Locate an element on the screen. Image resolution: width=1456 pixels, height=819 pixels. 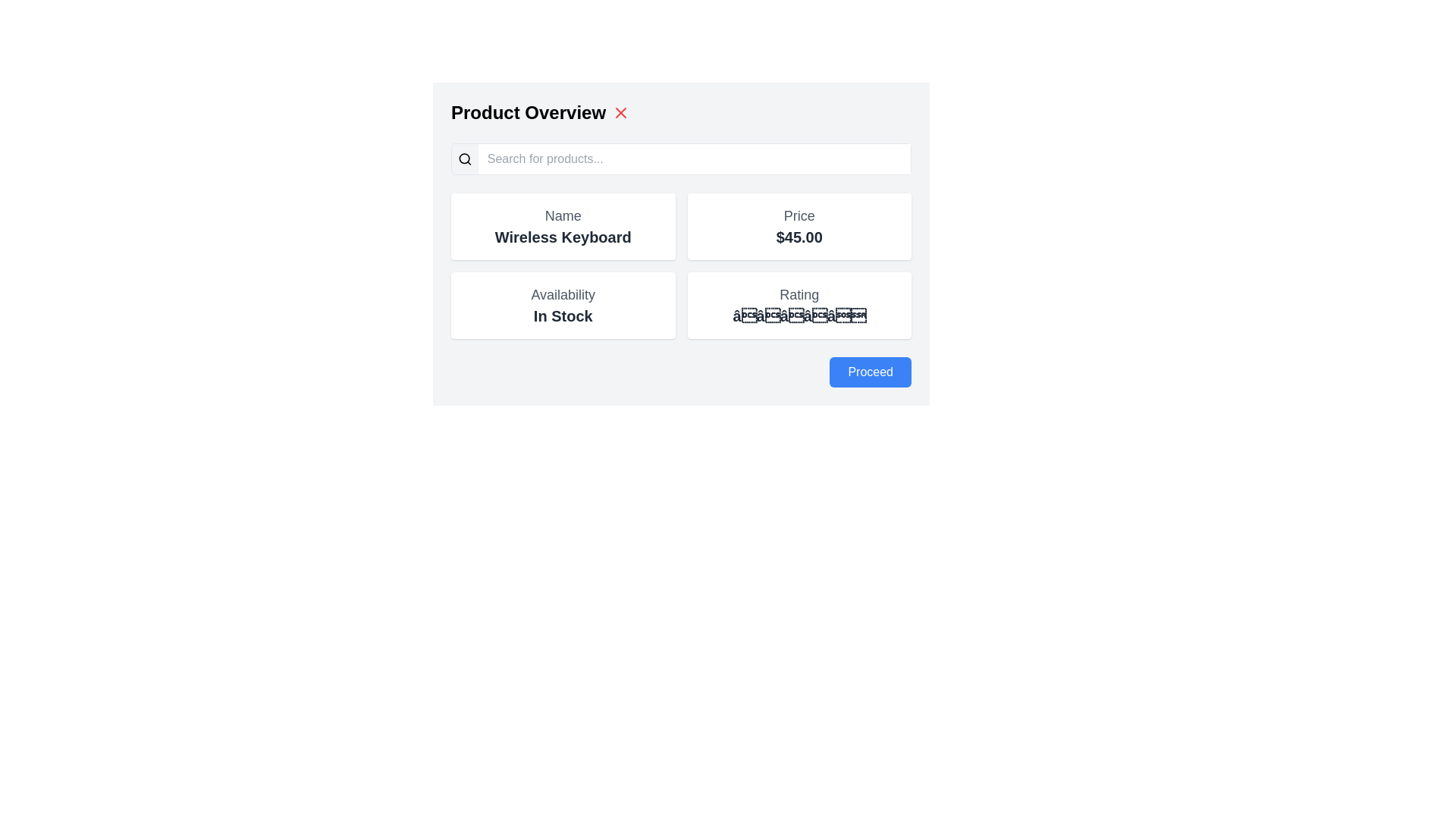
the text label displaying 'Availability' in bold gray font, located in the central lower part of the product details layout, above 'In Stock' is located at coordinates (562, 295).